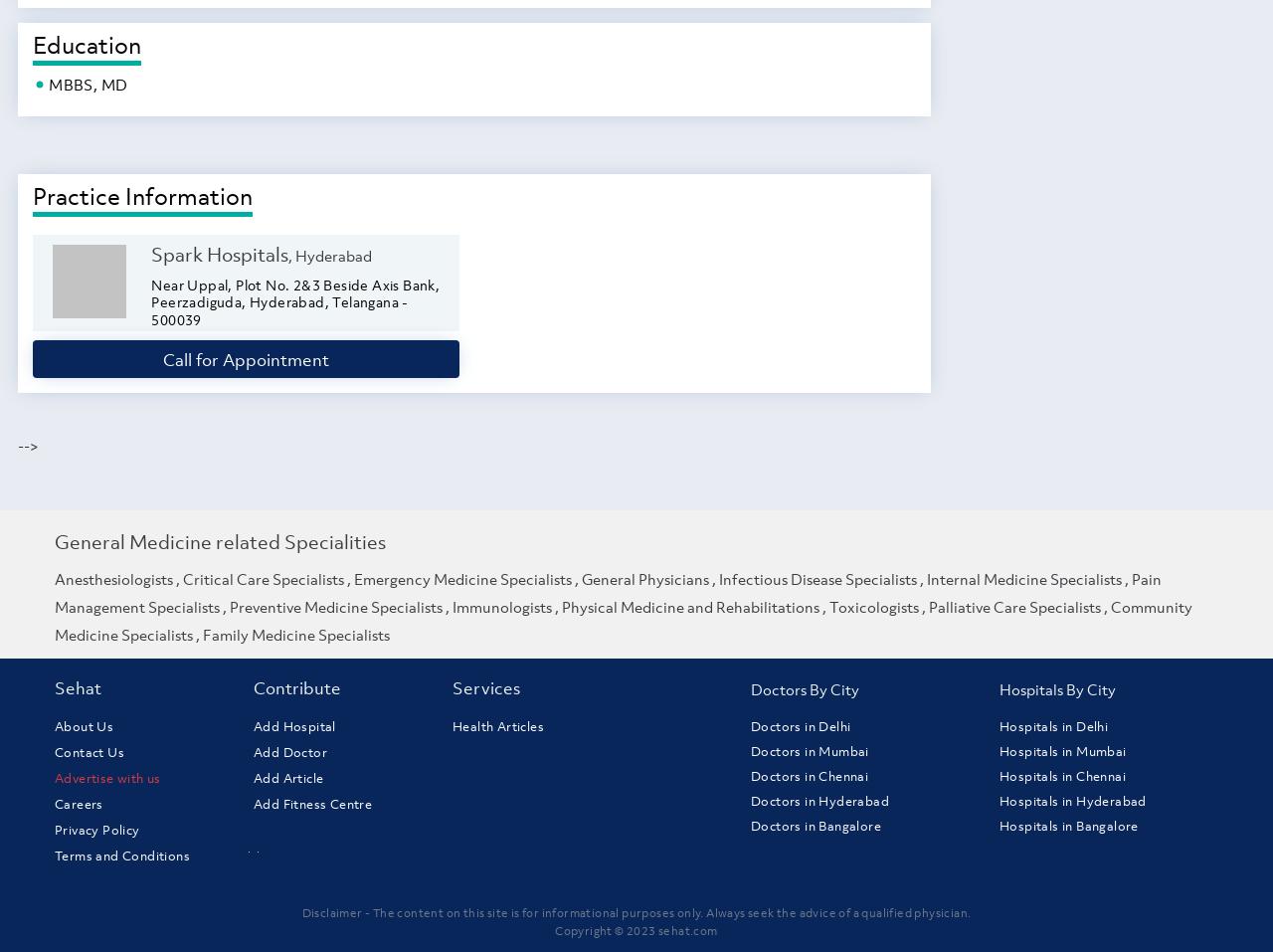  Describe the element at coordinates (296, 688) in the screenshot. I see `'Contribute'` at that location.